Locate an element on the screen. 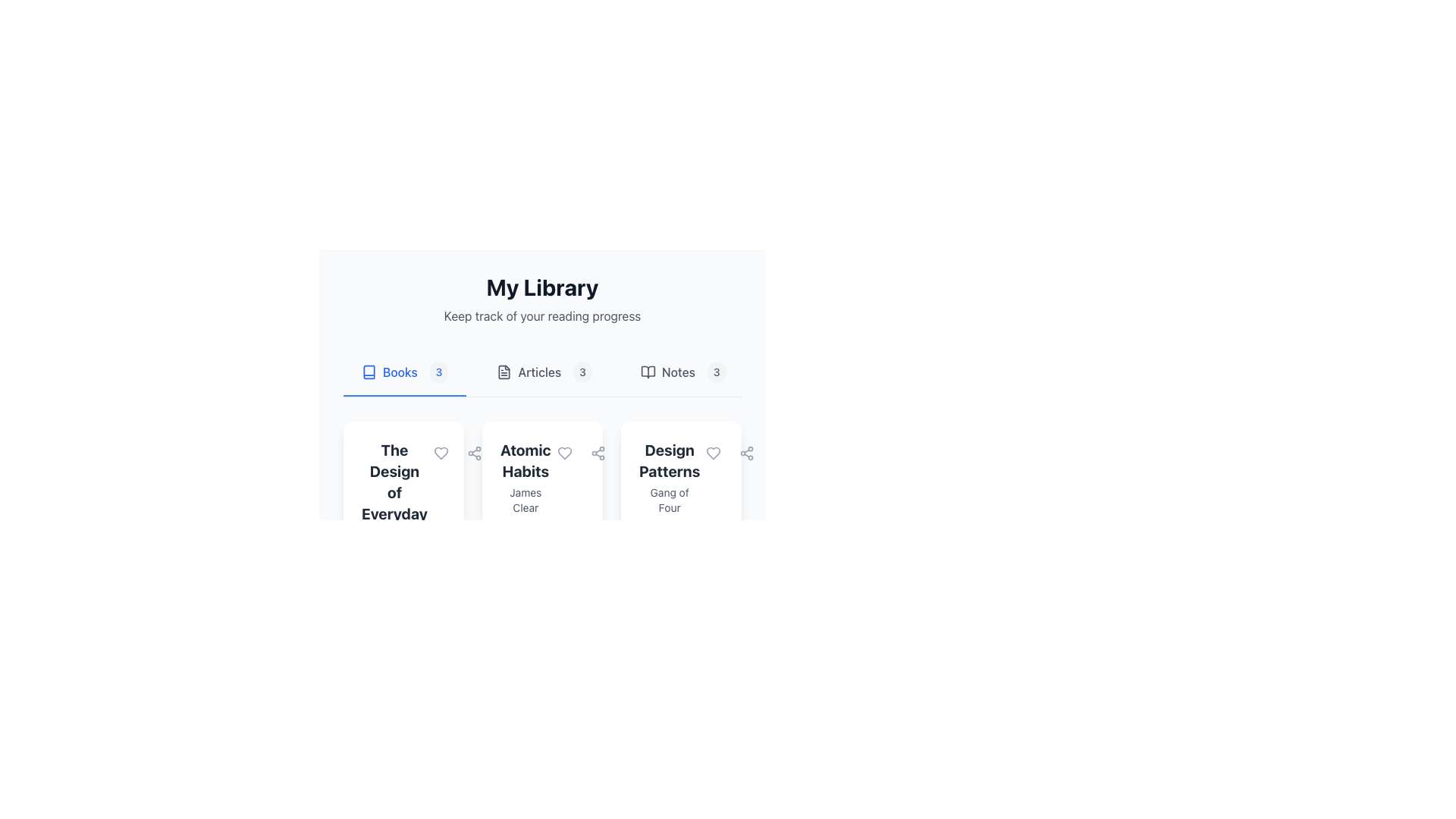  the 'share' button located in the section for 'Atomic Habits' is located at coordinates (597, 452).